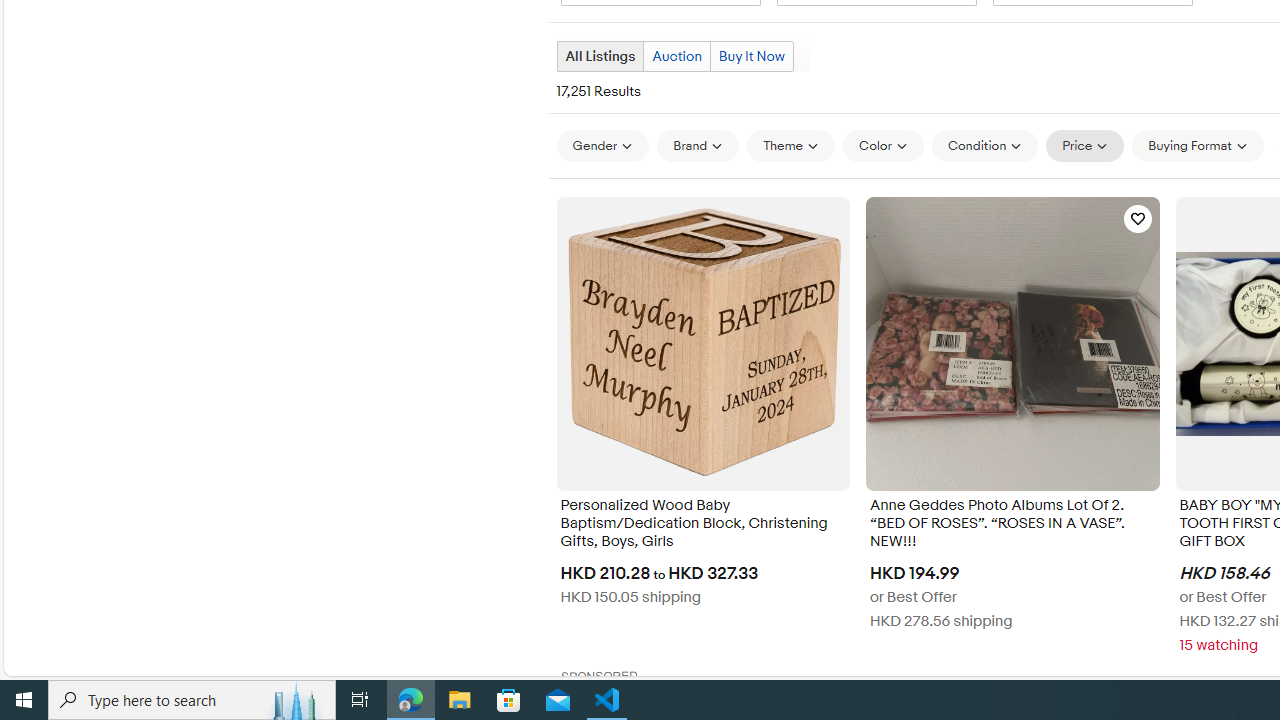 The height and width of the screenshot is (720, 1280). Describe the element at coordinates (984, 145) in the screenshot. I see `'Condition'` at that location.